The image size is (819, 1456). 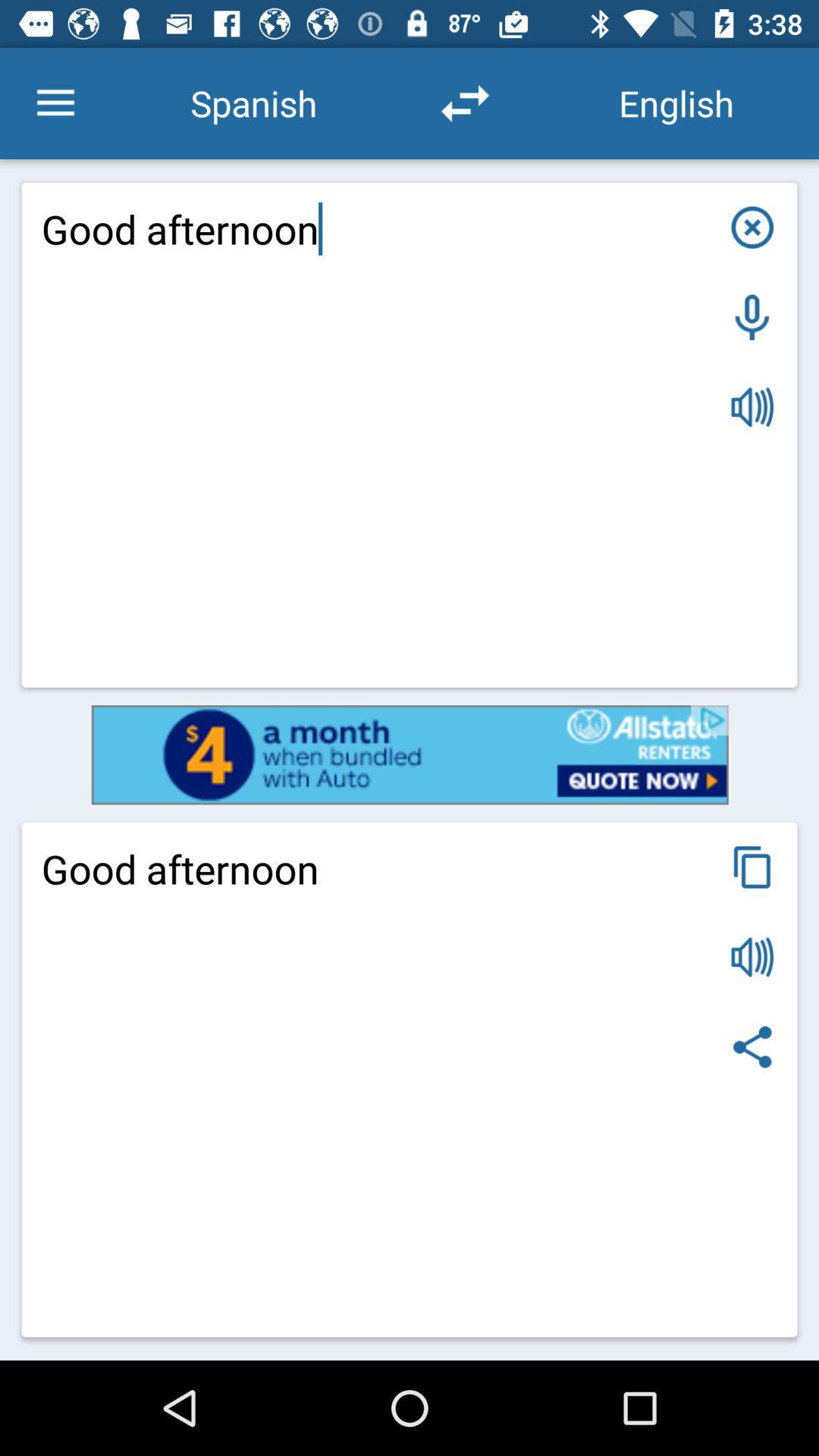 I want to click on switch between english/spanish, so click(x=464, y=102).